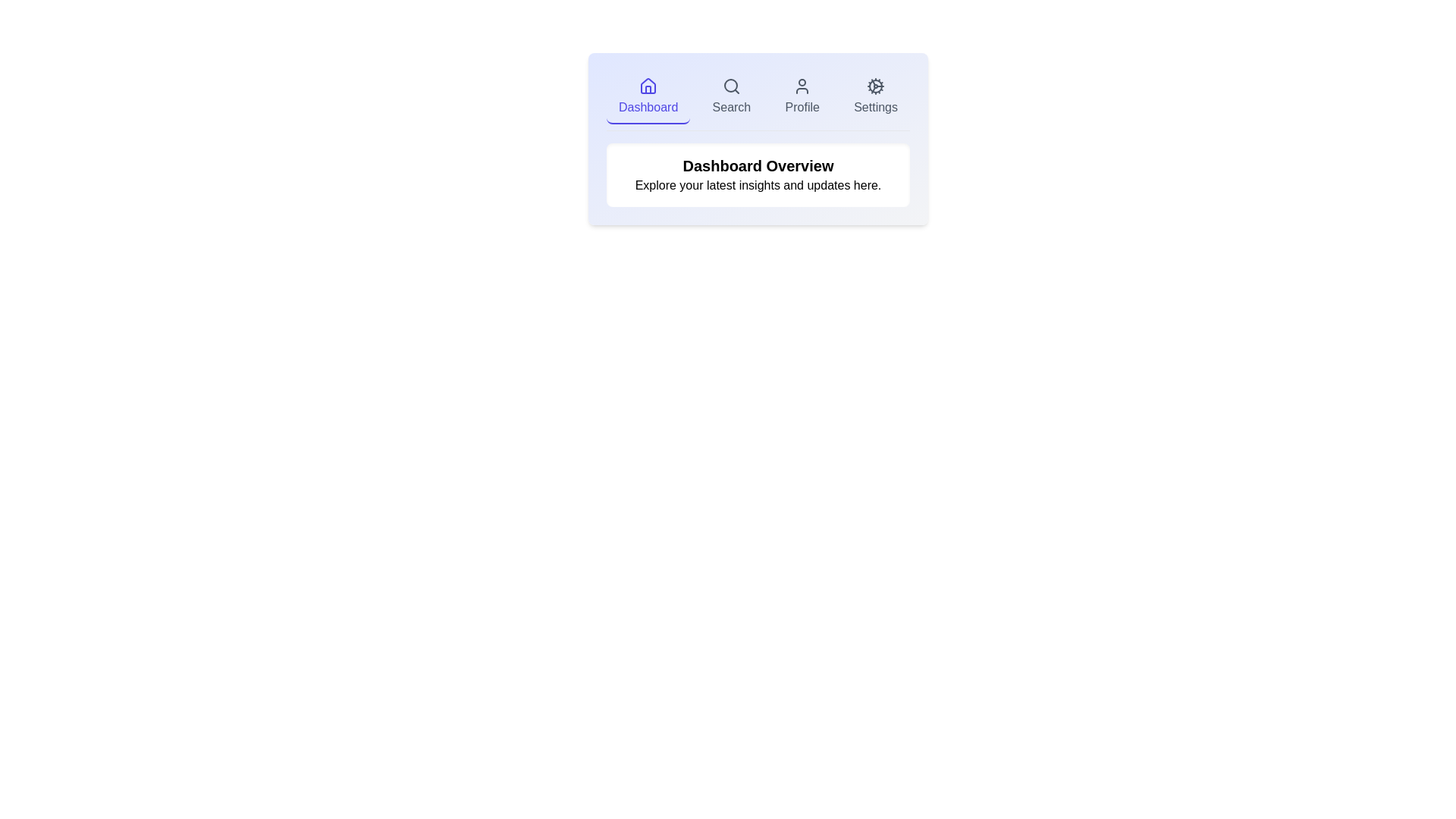 Image resolution: width=1456 pixels, height=819 pixels. Describe the element at coordinates (876, 86) in the screenshot. I see `the circular icon located at the center of the settings cogwheel, which is the last button in the navigation bar` at that location.